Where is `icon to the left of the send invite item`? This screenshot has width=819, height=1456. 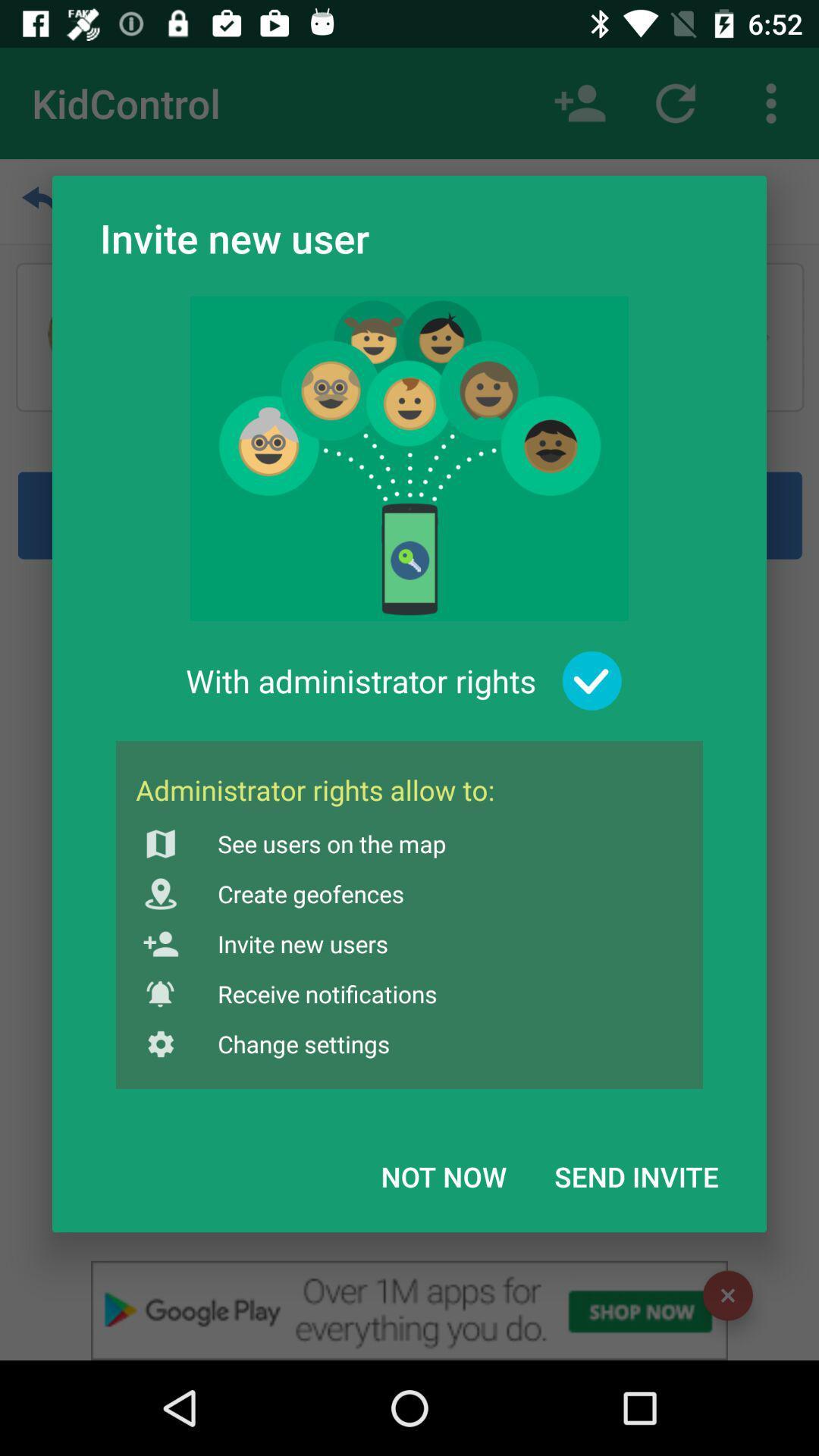
icon to the left of the send invite item is located at coordinates (444, 1175).